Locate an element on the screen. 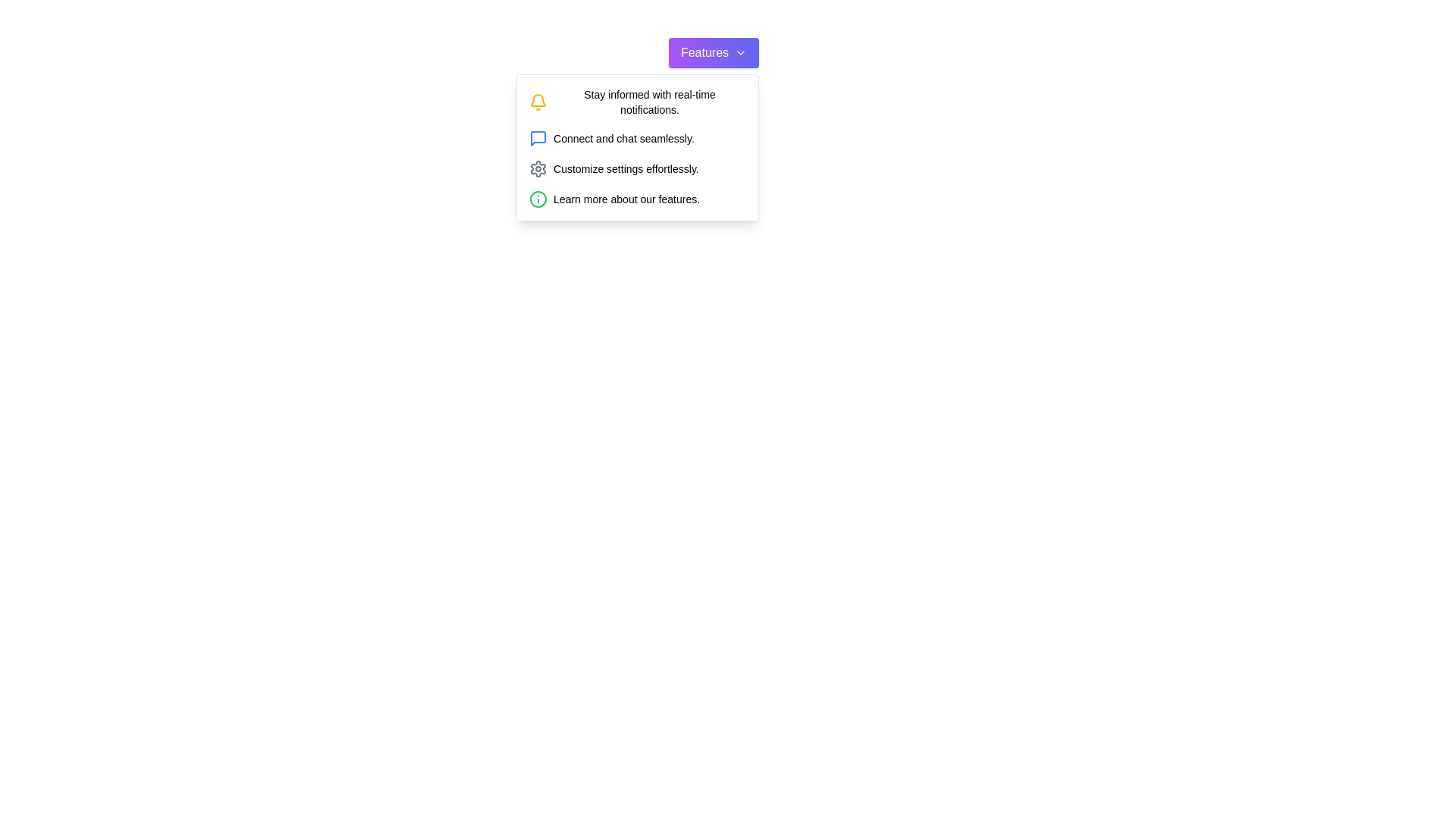 The image size is (1456, 819). the appearance of the blue chat bubble icon, which is the second icon from the top in a dropdown list, located to the left of the text 'Connect and chat seamlessly.' is located at coordinates (538, 138).